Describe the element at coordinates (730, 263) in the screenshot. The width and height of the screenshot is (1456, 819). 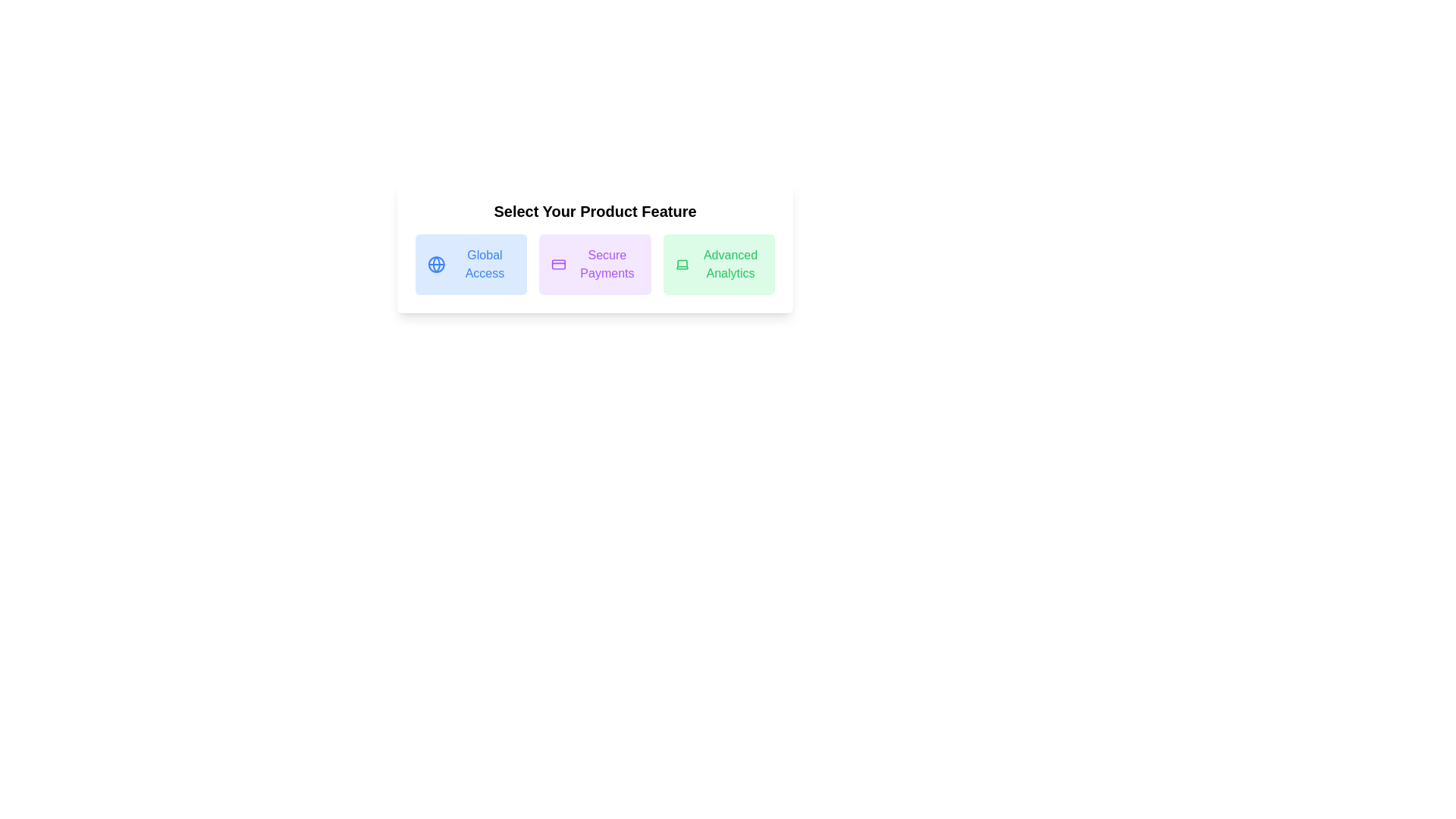
I see `text label that says 'Advanced Analytics', displayed in bold, green font, located in the rightmost feature card under 'Select Your Product Feature'` at that location.